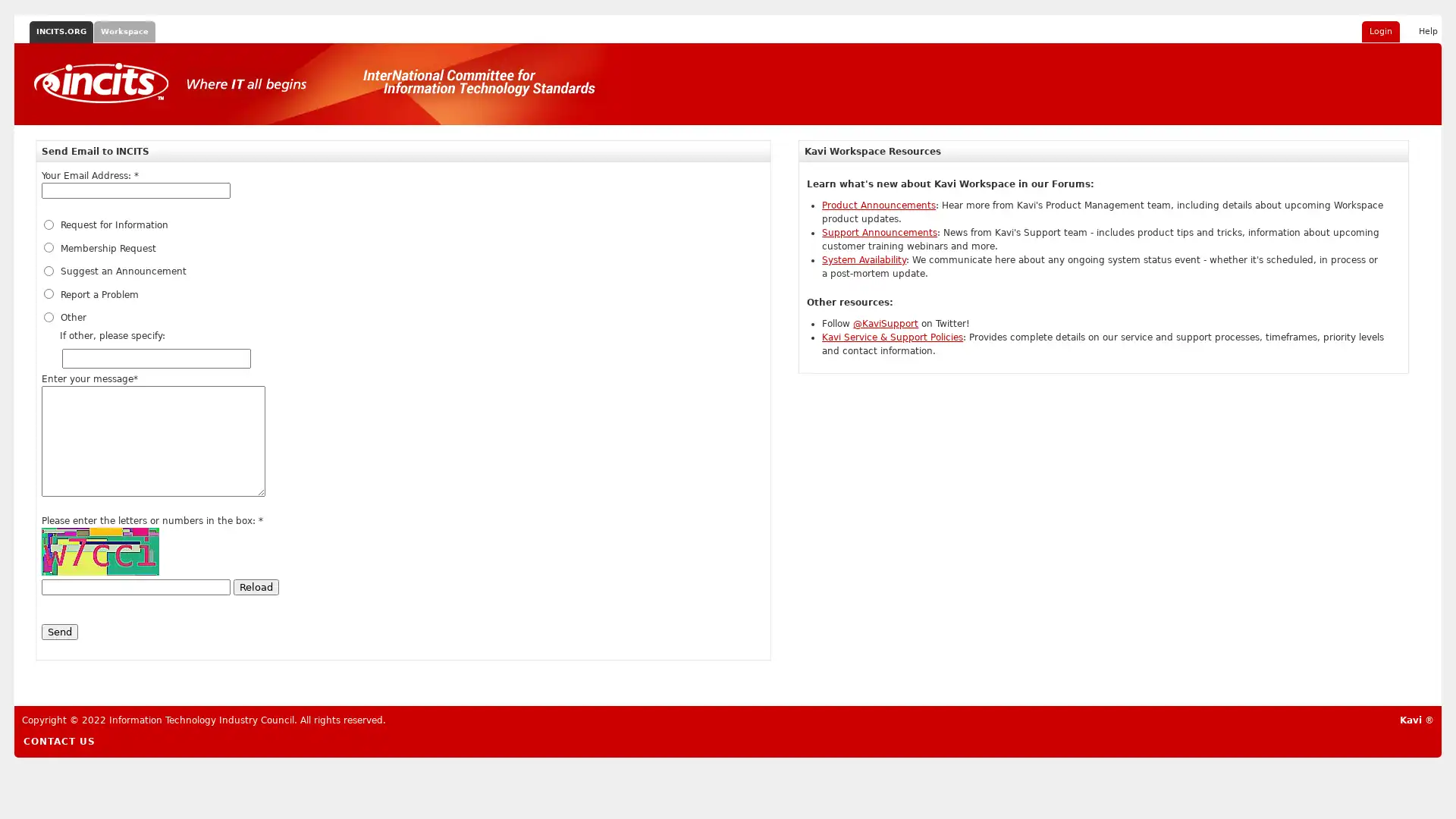  What do you see at coordinates (59, 632) in the screenshot?
I see `Send` at bounding box center [59, 632].